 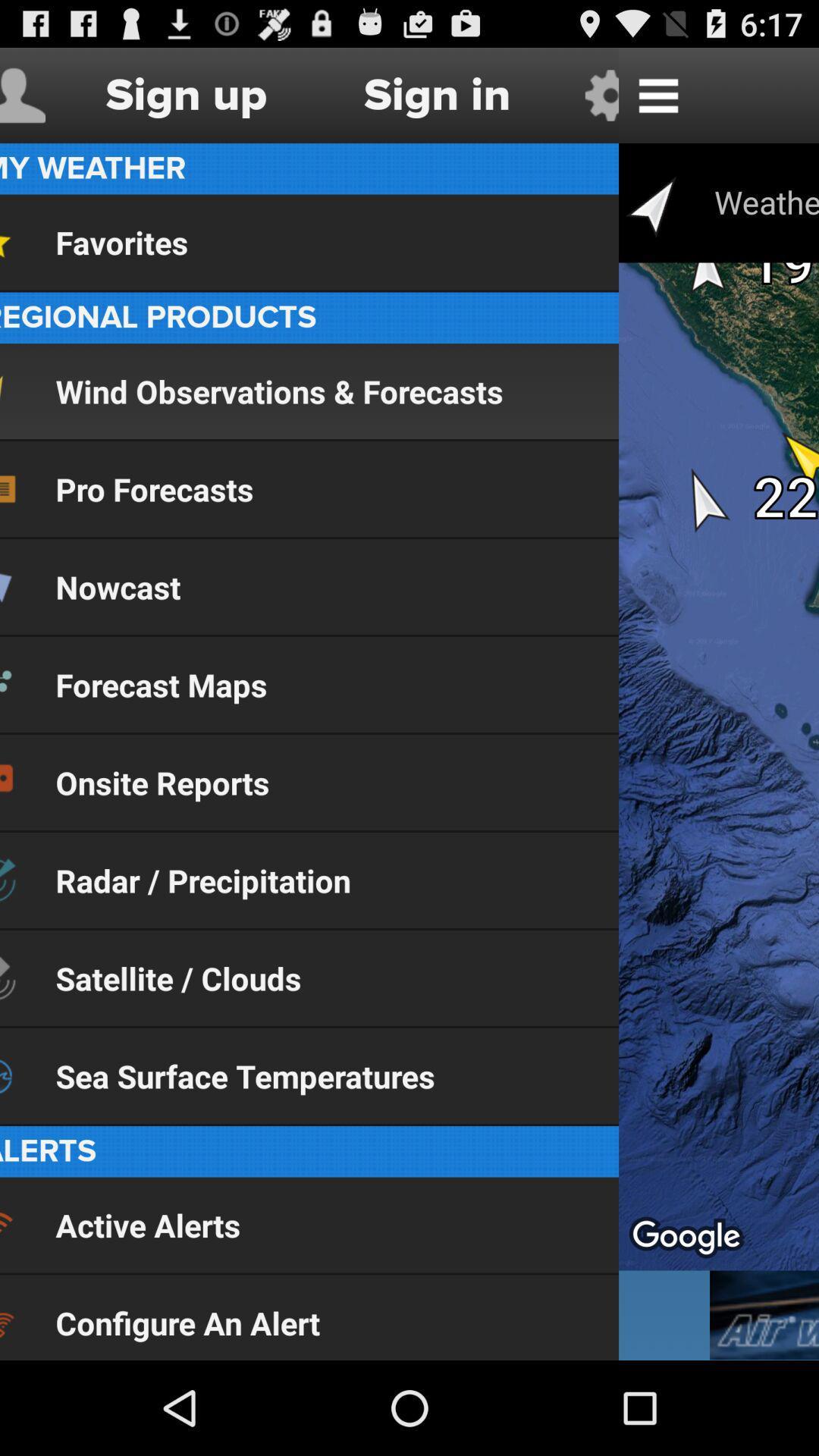 What do you see at coordinates (648, 101) in the screenshot?
I see `the menu icon` at bounding box center [648, 101].